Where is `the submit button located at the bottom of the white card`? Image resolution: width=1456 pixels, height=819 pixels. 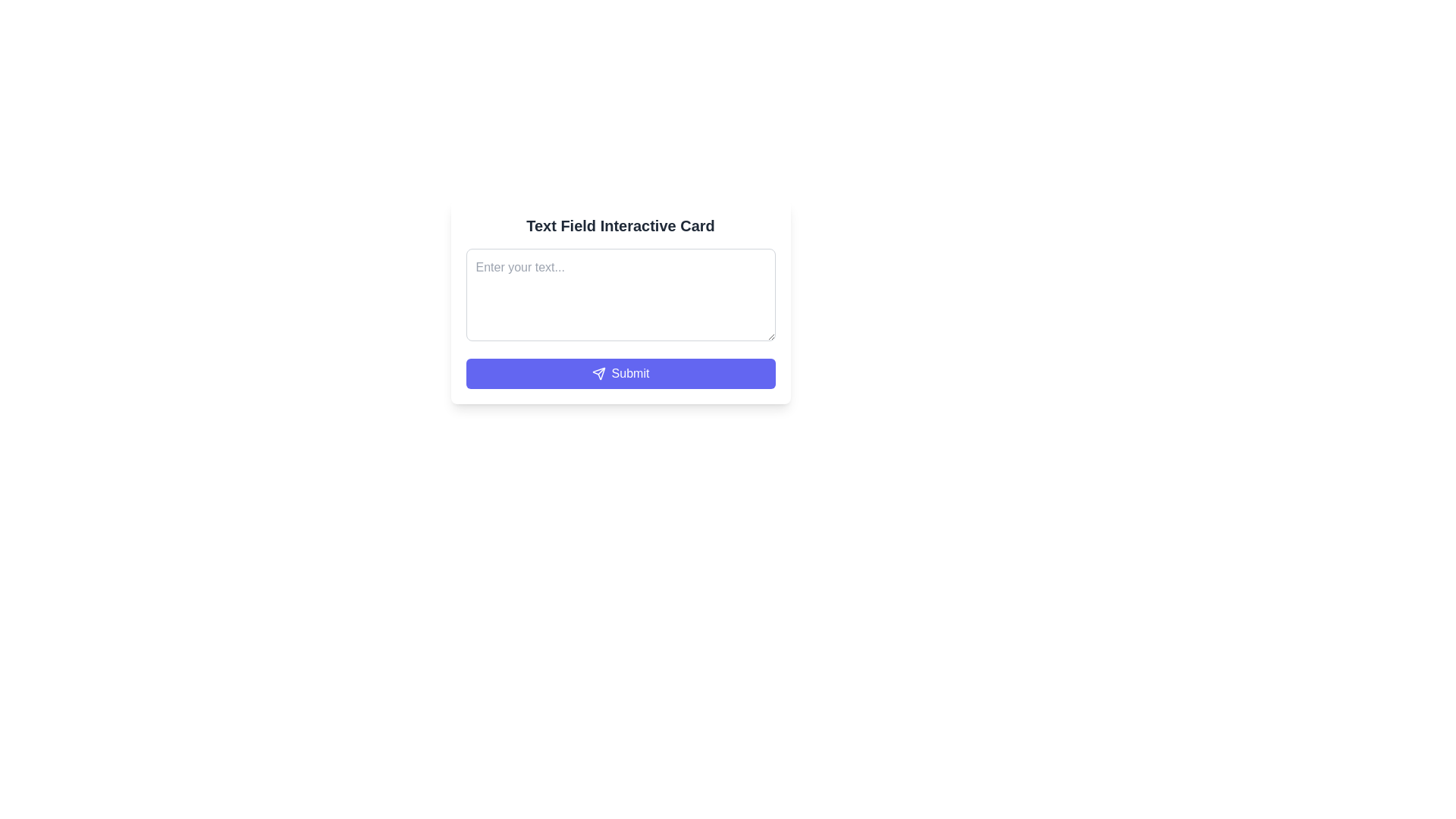
the submit button located at the bottom of the white card is located at coordinates (620, 374).